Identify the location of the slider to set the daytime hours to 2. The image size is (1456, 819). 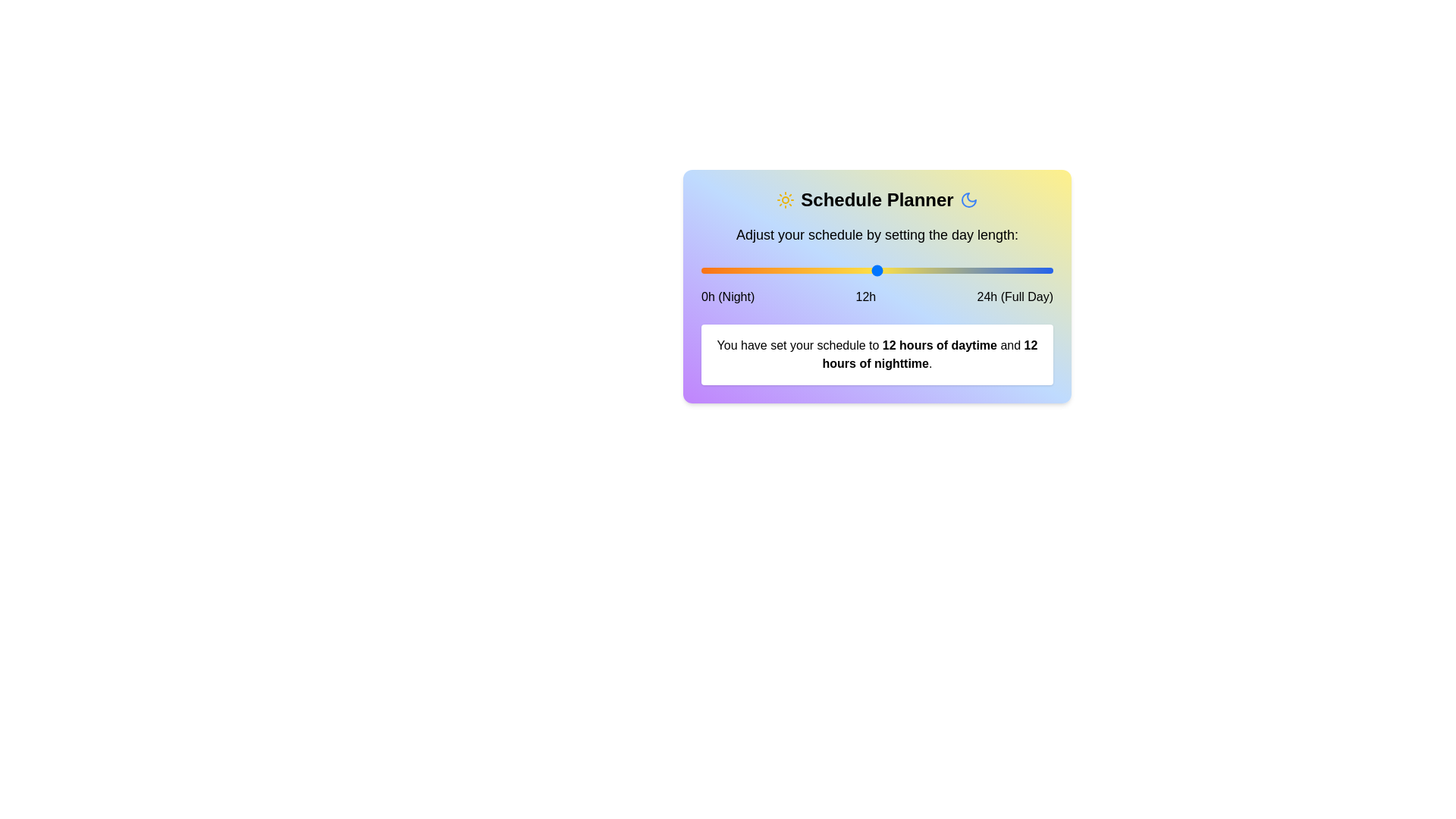
(730, 270).